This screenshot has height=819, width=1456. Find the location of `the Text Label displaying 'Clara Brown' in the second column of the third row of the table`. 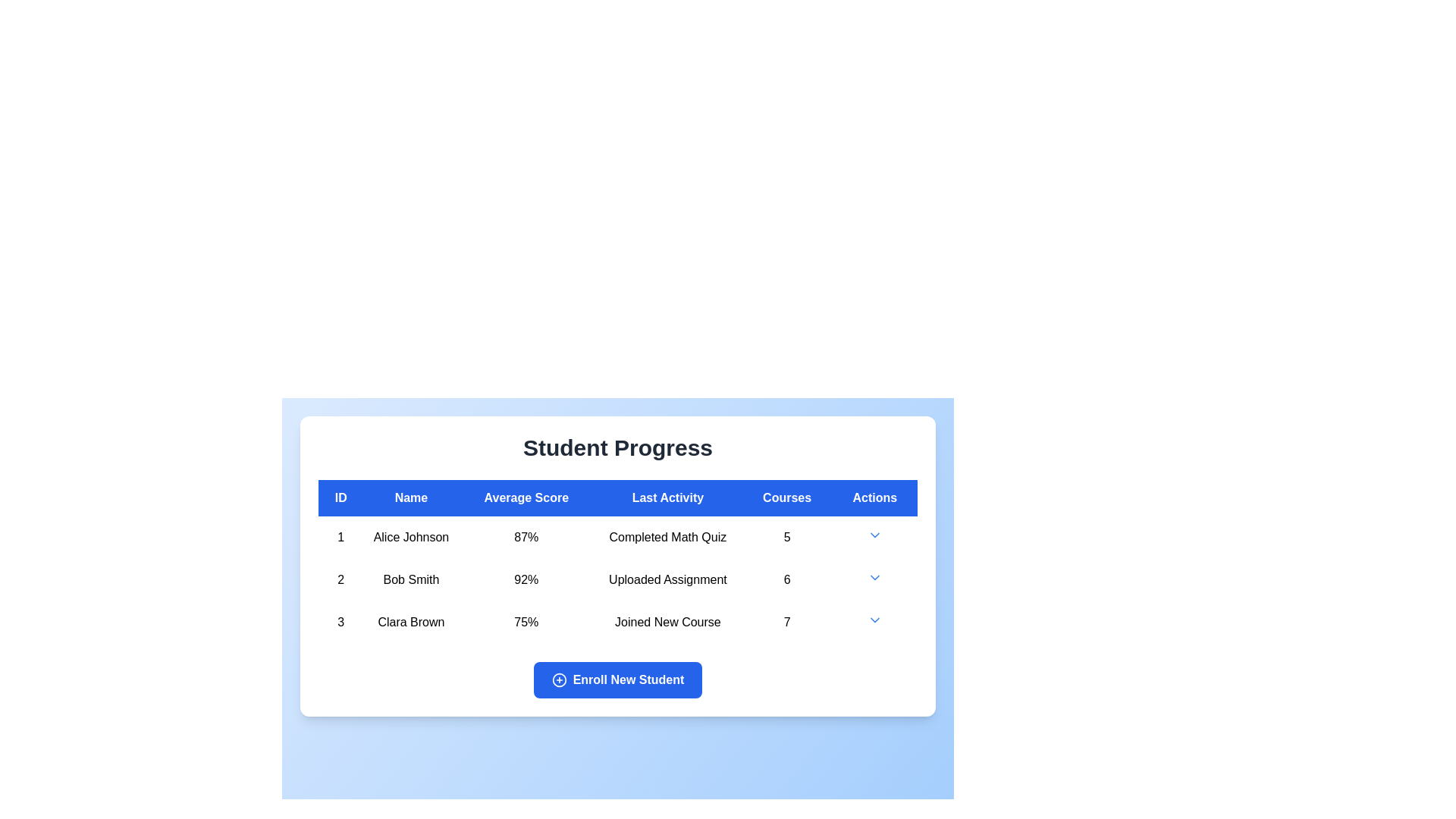

the Text Label displaying 'Clara Brown' in the second column of the third row of the table is located at coordinates (411, 623).